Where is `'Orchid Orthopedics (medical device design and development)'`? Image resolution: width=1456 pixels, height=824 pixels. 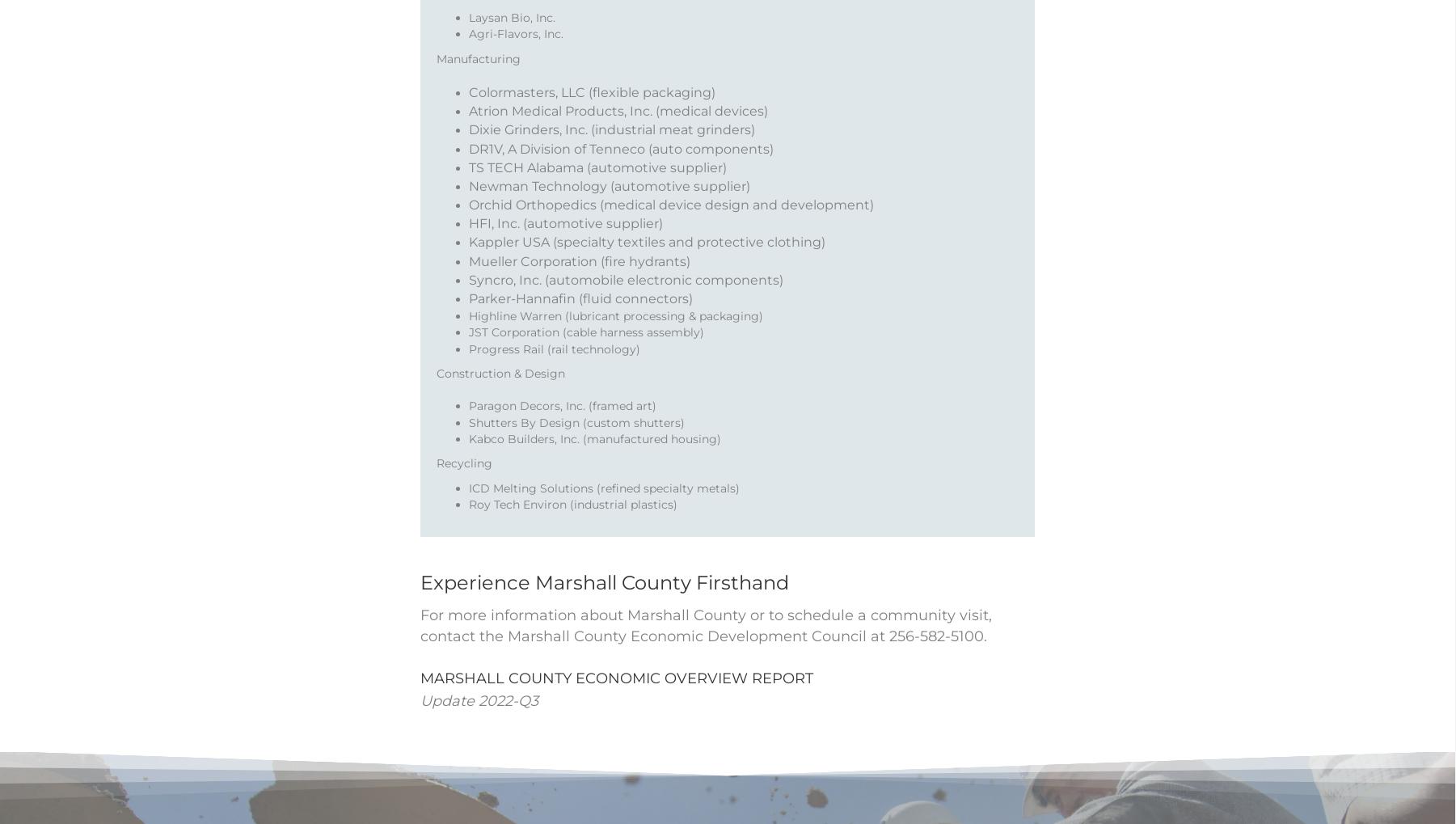
'Orchid Orthopedics (medical device design and development)' is located at coordinates (670, 225).